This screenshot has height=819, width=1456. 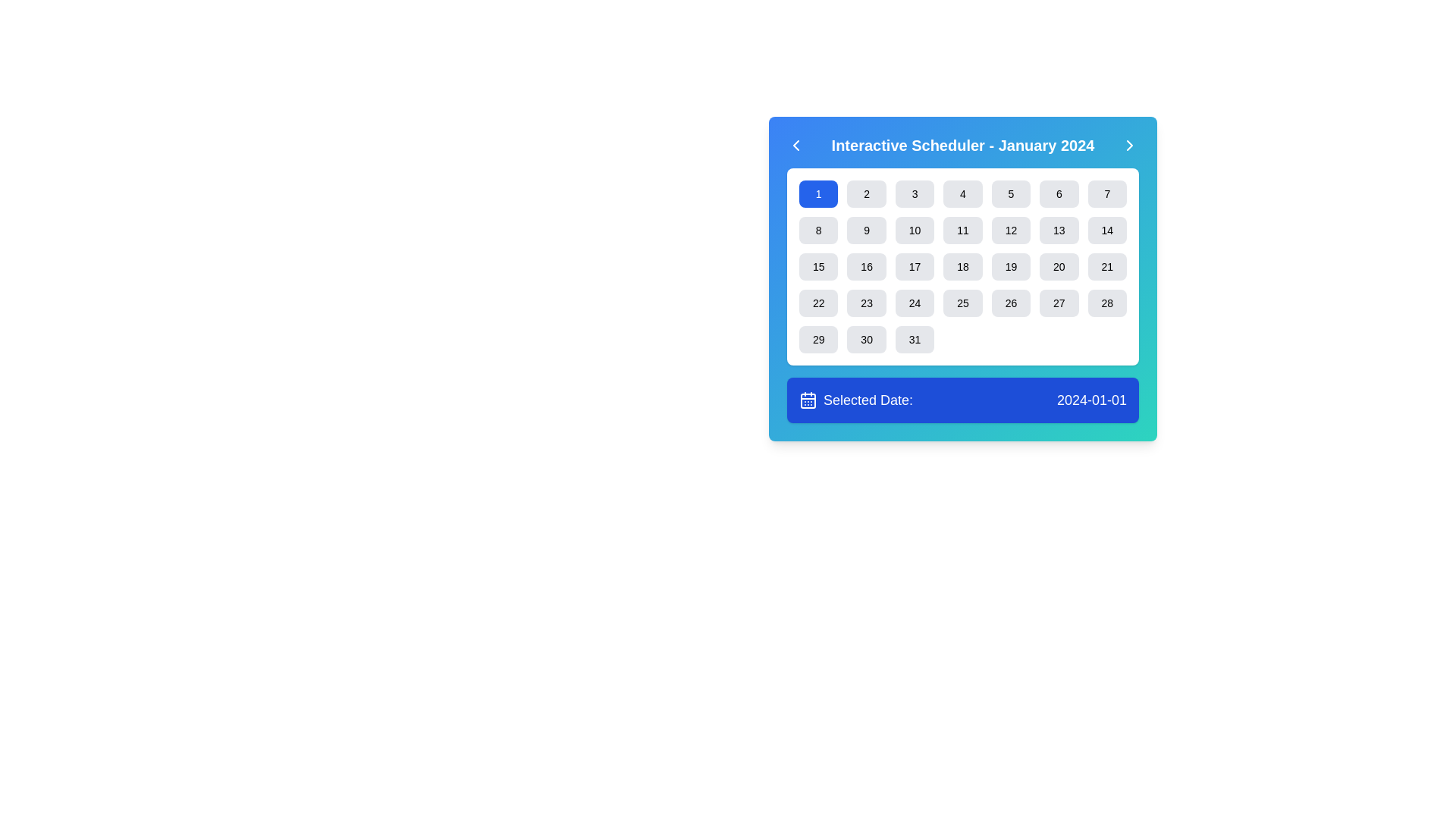 I want to click on the button displaying the number '11' in black text on a light gray rounded rectangle background, so click(x=962, y=231).